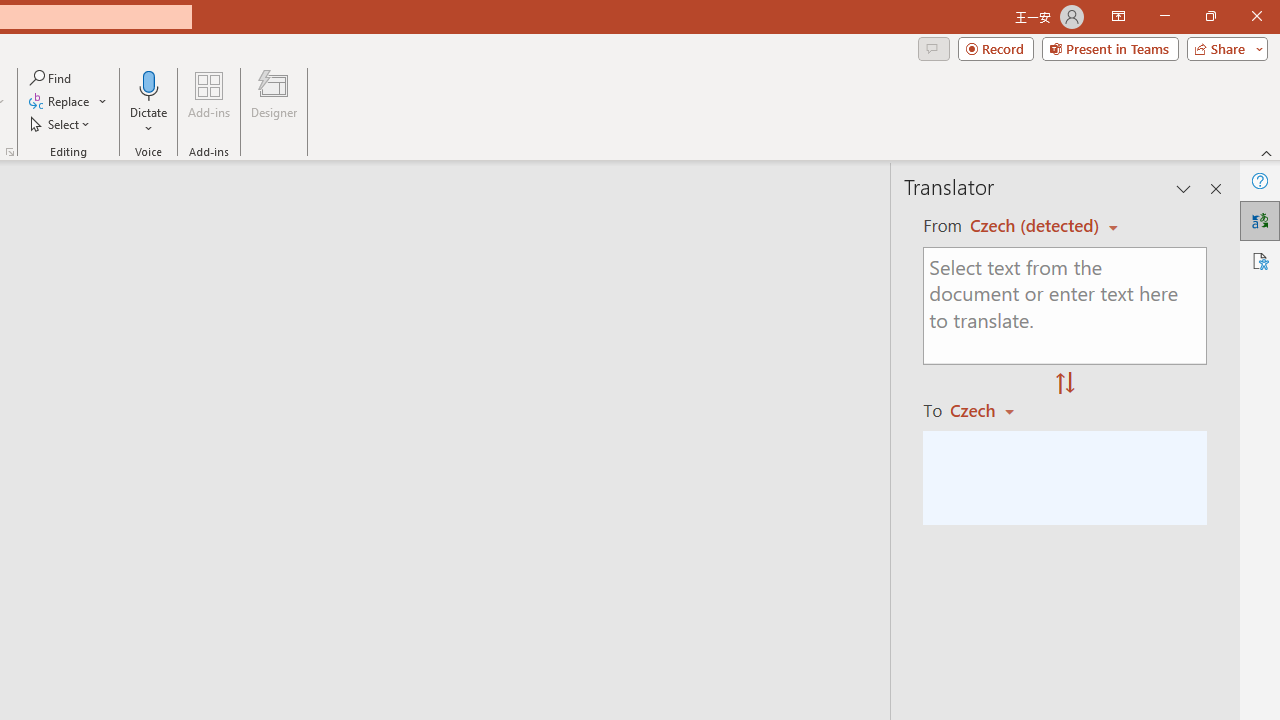  What do you see at coordinates (1259, 181) in the screenshot?
I see `'Help'` at bounding box center [1259, 181].